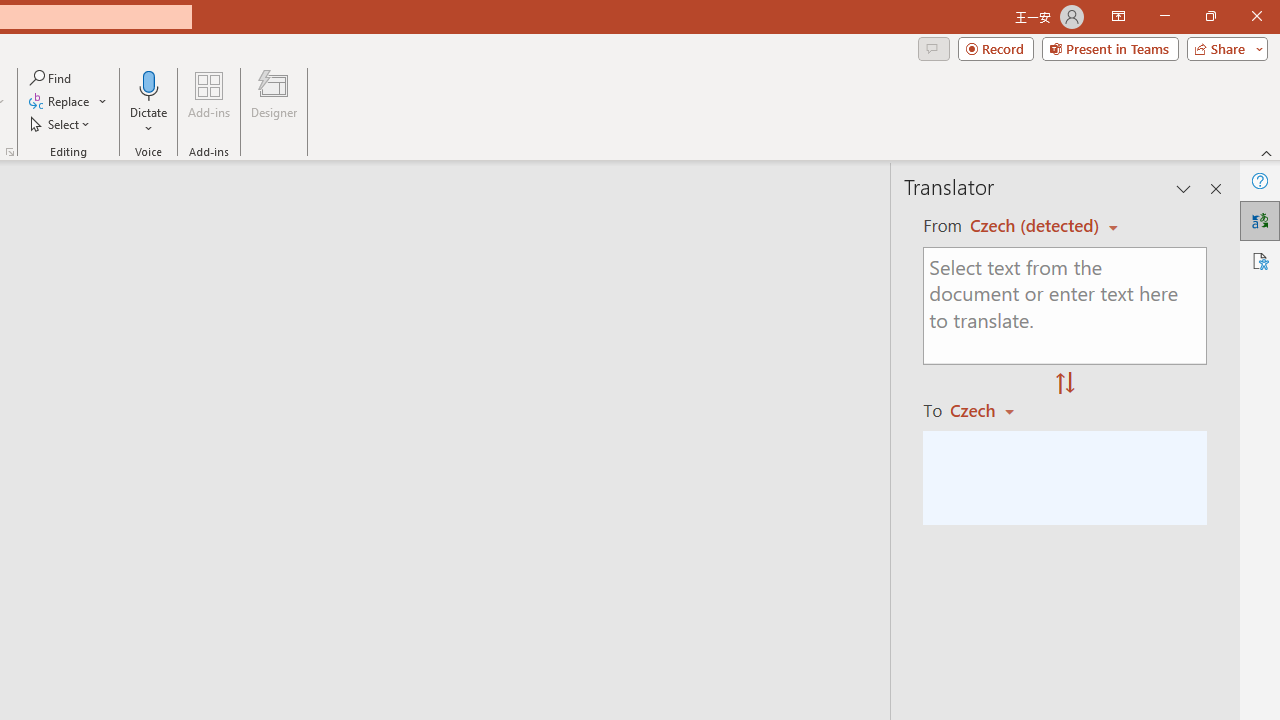  What do you see at coordinates (1259, 181) in the screenshot?
I see `'Help'` at bounding box center [1259, 181].